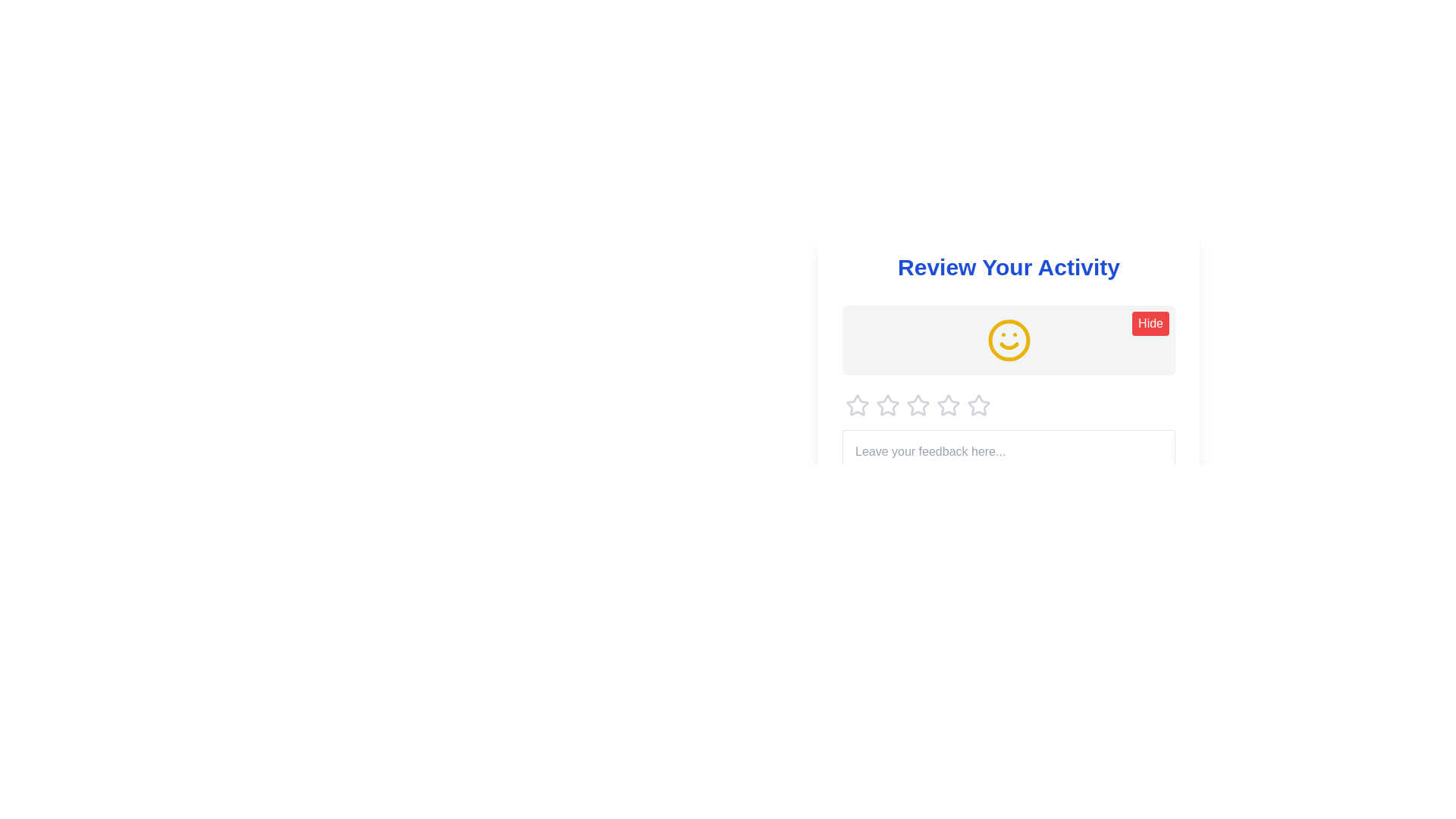 The height and width of the screenshot is (819, 1456). What do you see at coordinates (858, 405) in the screenshot?
I see `the rating to 1 stars by clicking on the corresponding star` at bounding box center [858, 405].